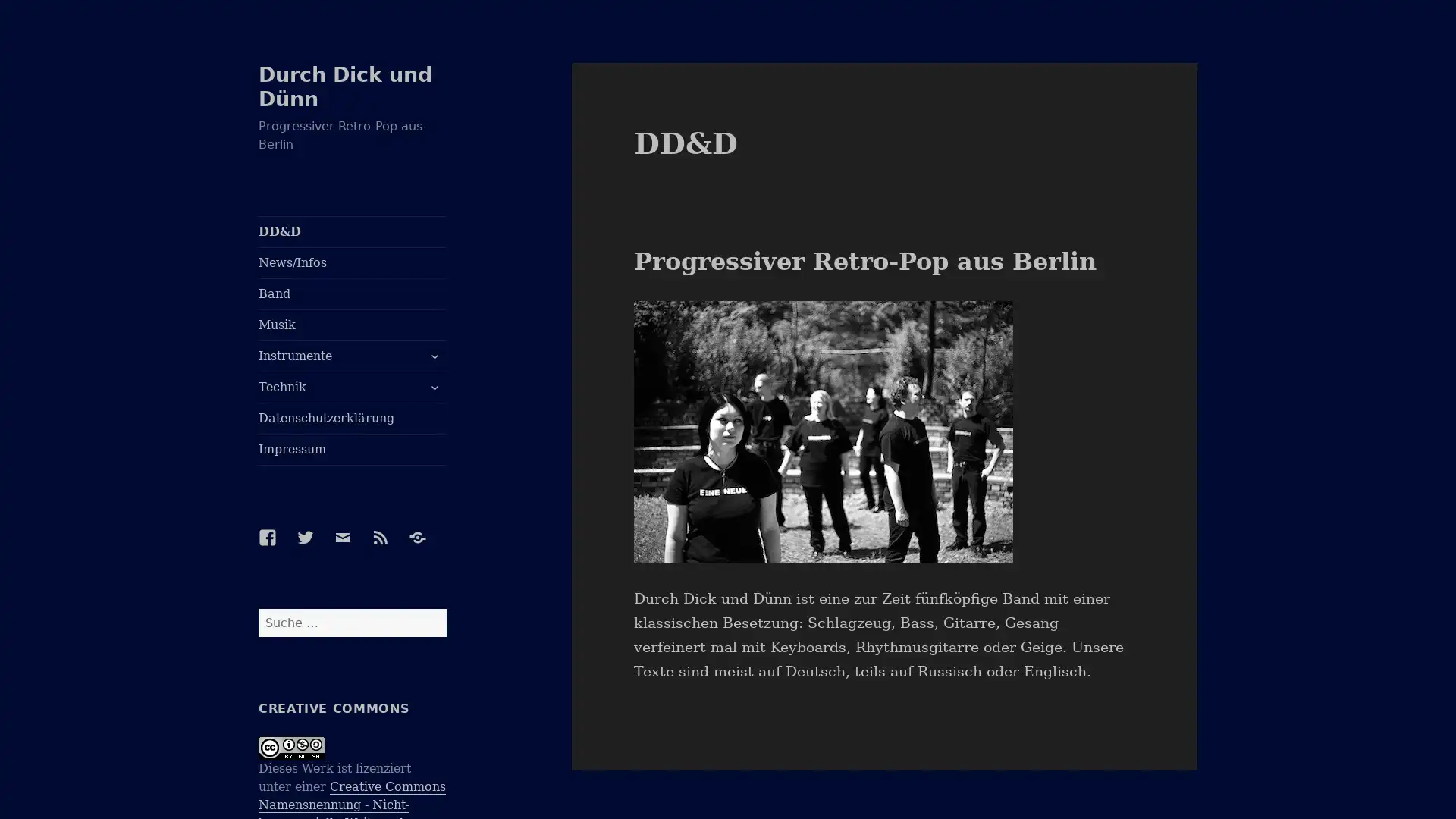 Image resolution: width=1456 pixels, height=819 pixels. I want to click on untermenu anzeigen, so click(432, 386).